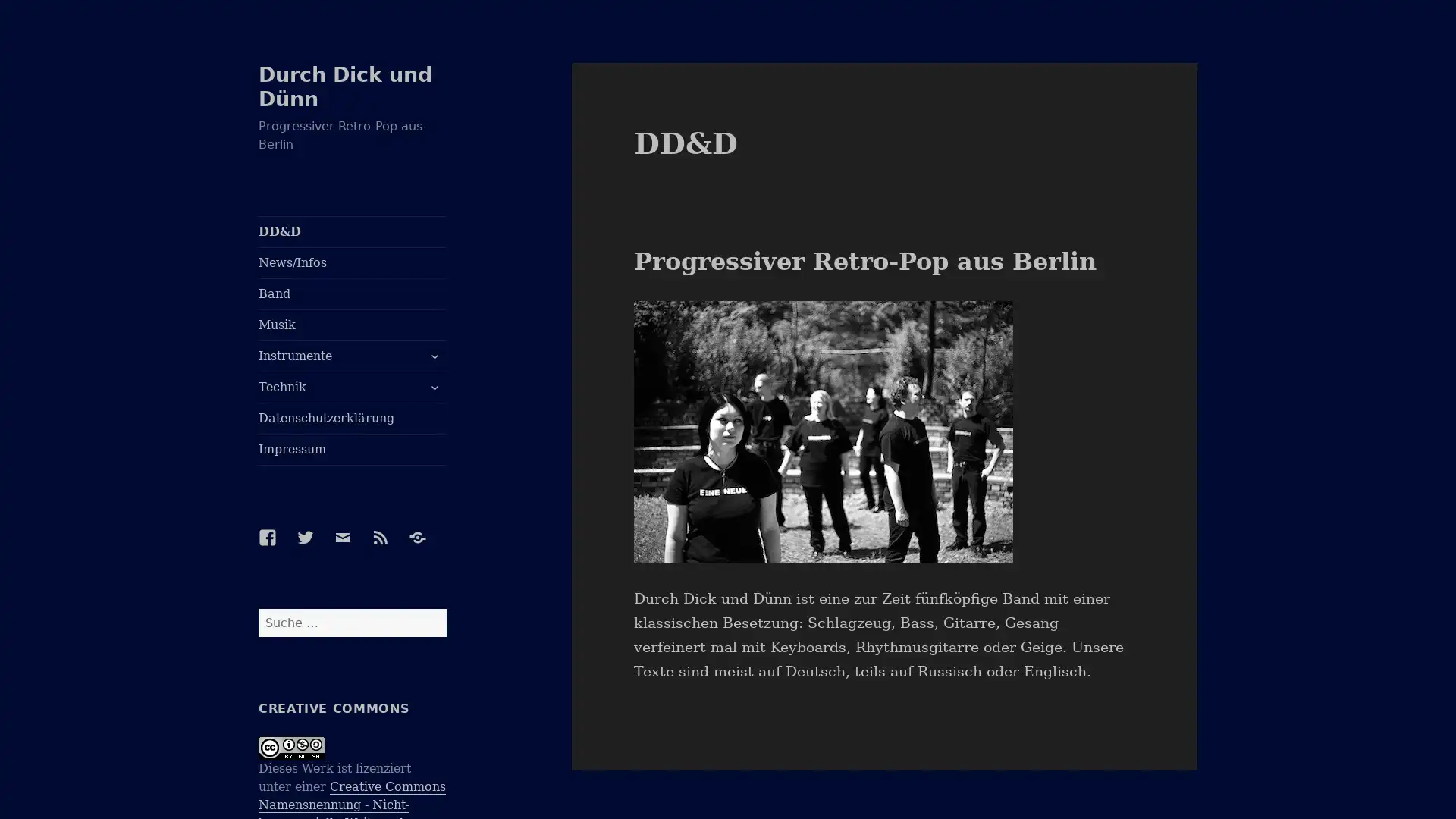 Image resolution: width=1456 pixels, height=819 pixels. I want to click on untermenu anzeigen, so click(432, 386).